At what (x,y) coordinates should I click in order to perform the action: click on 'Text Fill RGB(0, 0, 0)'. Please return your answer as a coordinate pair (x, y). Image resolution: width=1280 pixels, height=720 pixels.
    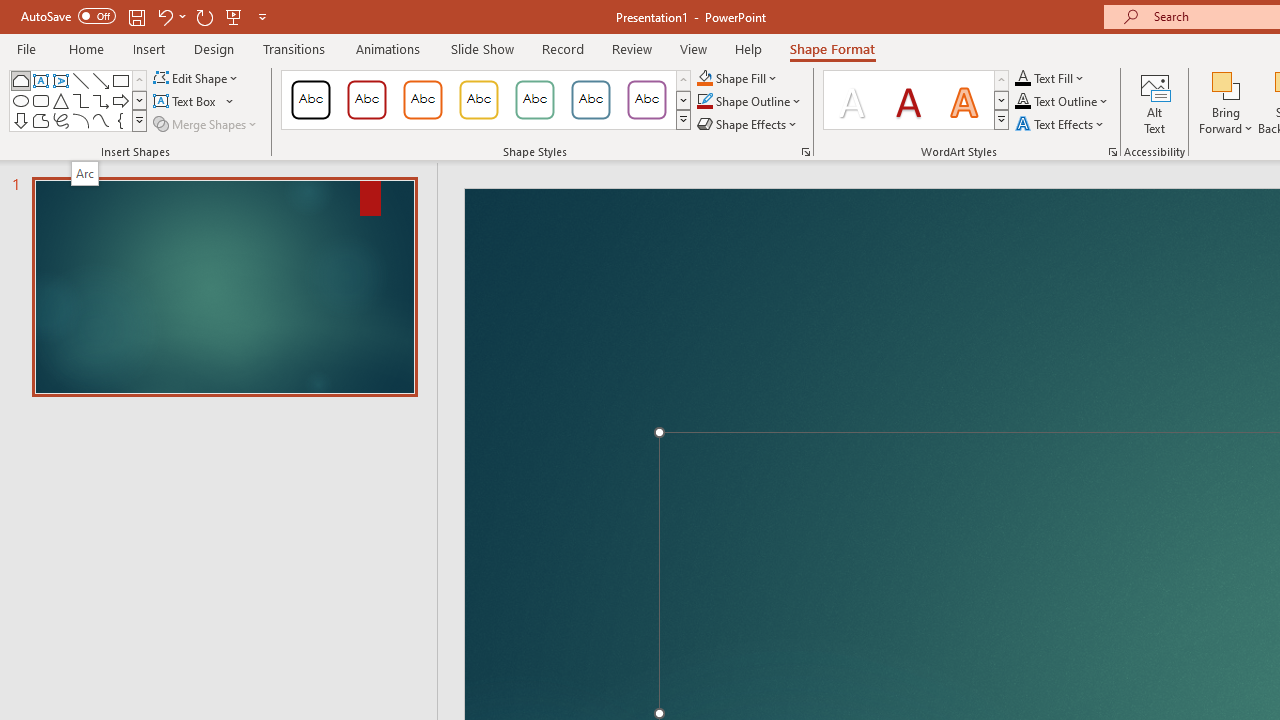
    Looking at the image, I should click on (1023, 77).